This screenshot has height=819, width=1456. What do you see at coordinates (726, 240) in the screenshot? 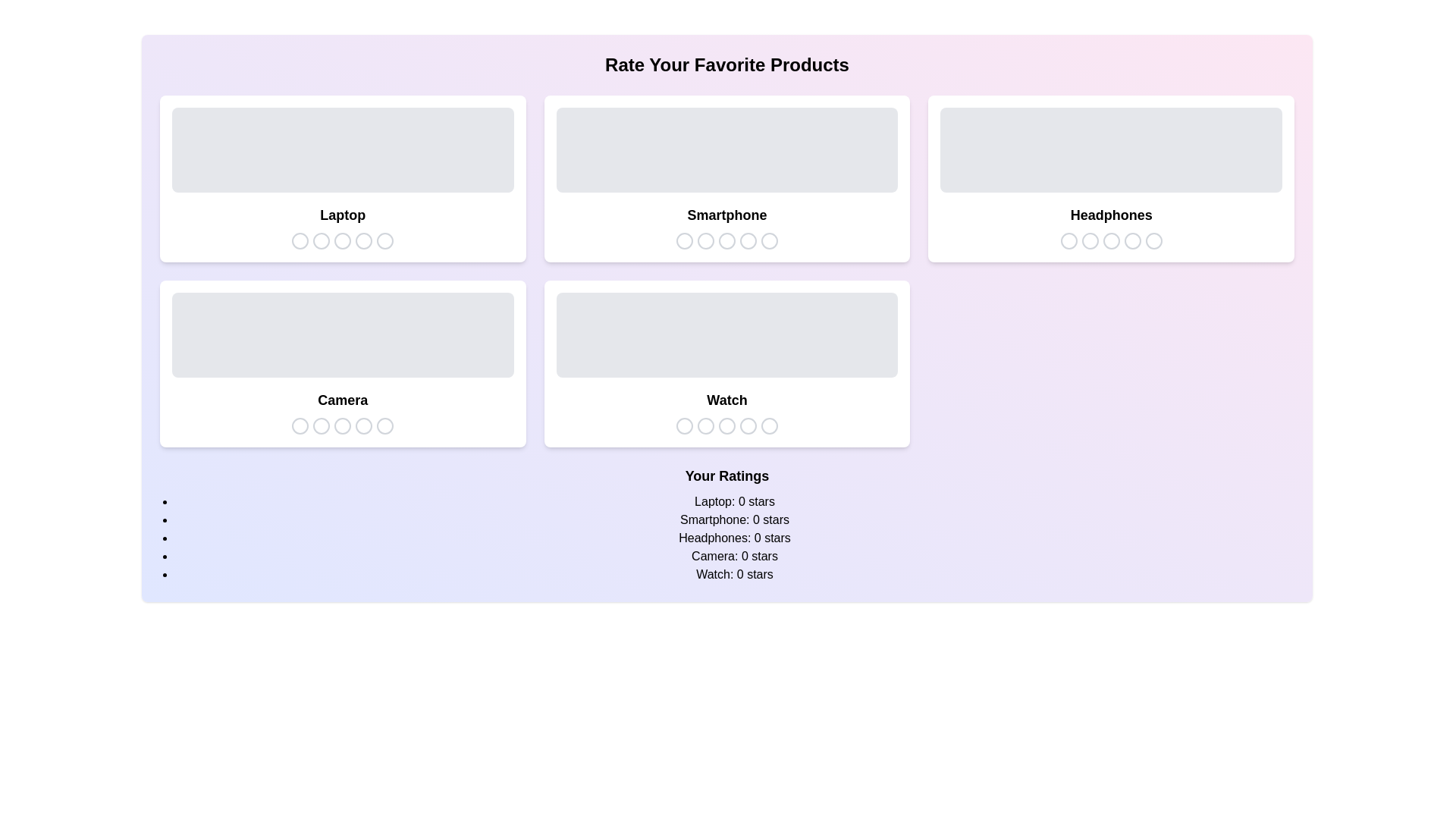
I see `the star icon corresponding to 3 stars for the product Smartphone` at bounding box center [726, 240].